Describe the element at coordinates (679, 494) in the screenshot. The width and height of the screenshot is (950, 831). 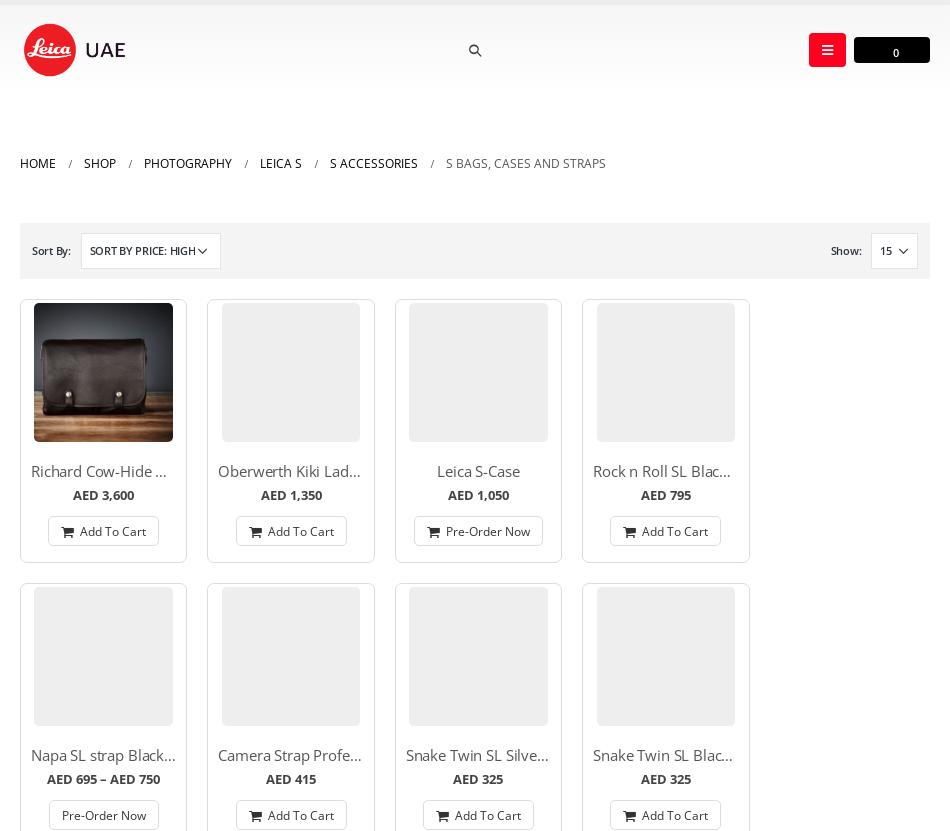
I see `'795'` at that location.